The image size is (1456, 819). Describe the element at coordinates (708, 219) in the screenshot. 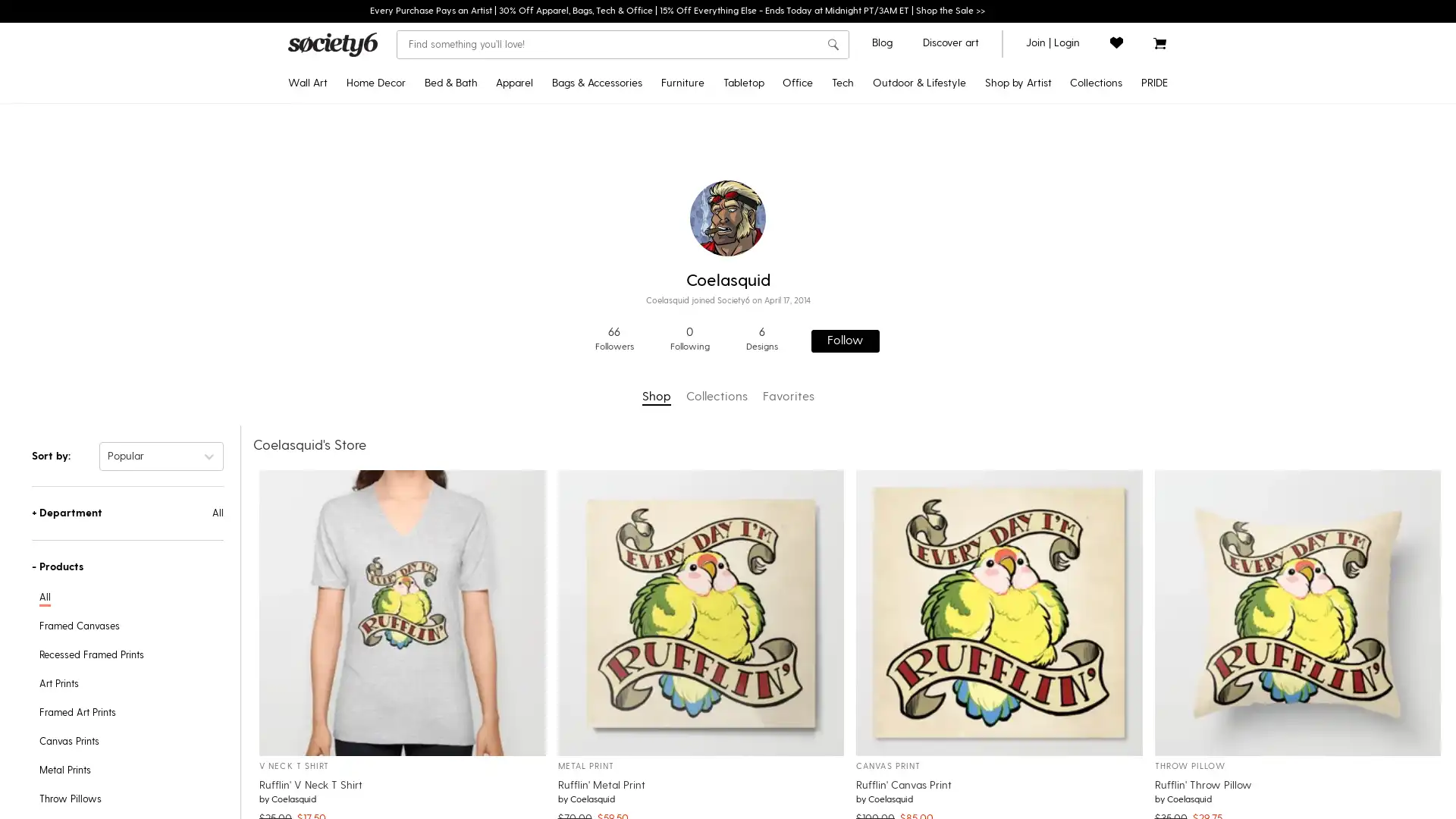

I see `Side Tables` at that location.